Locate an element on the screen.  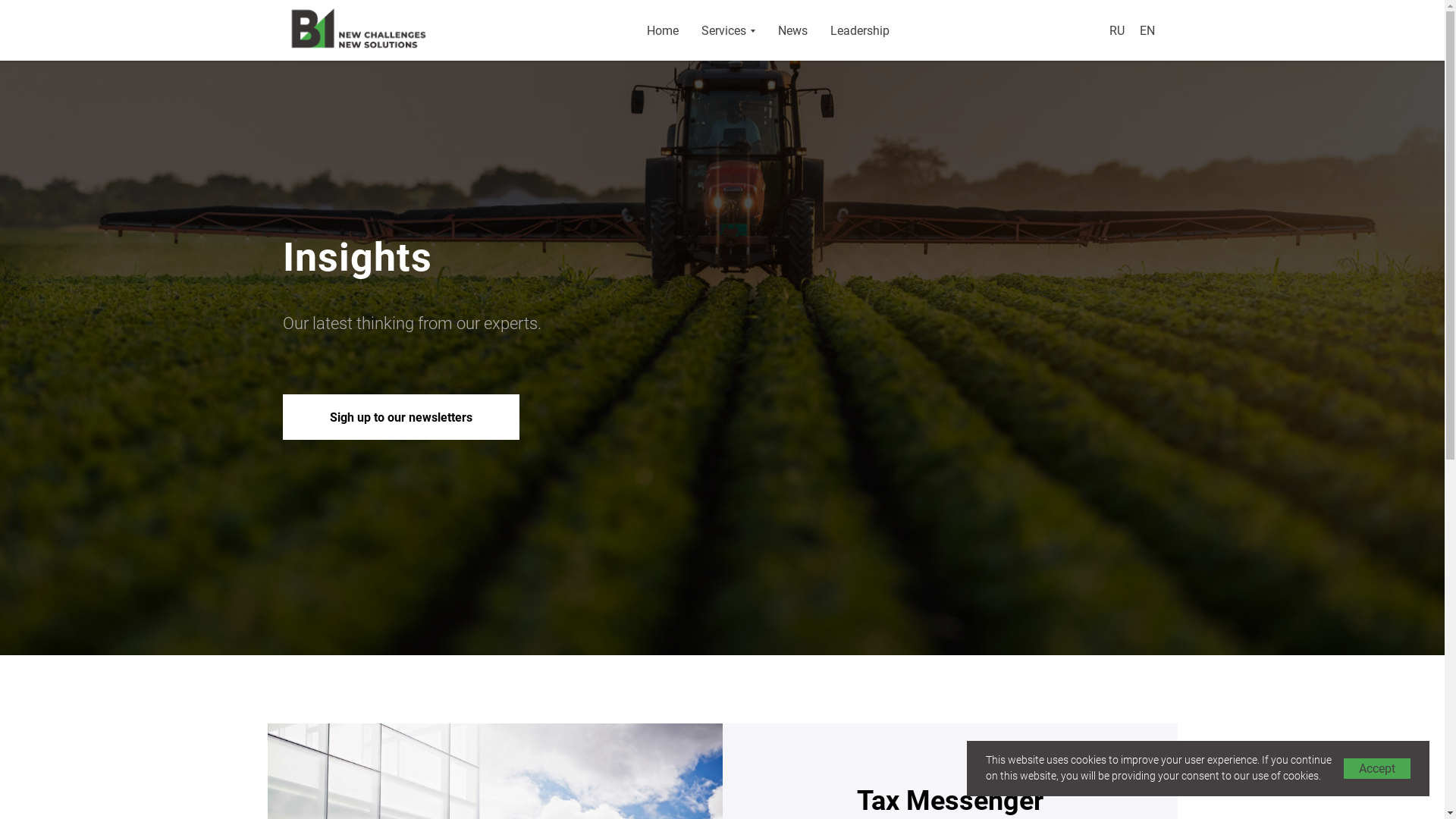
'Home' is located at coordinates (662, 30).